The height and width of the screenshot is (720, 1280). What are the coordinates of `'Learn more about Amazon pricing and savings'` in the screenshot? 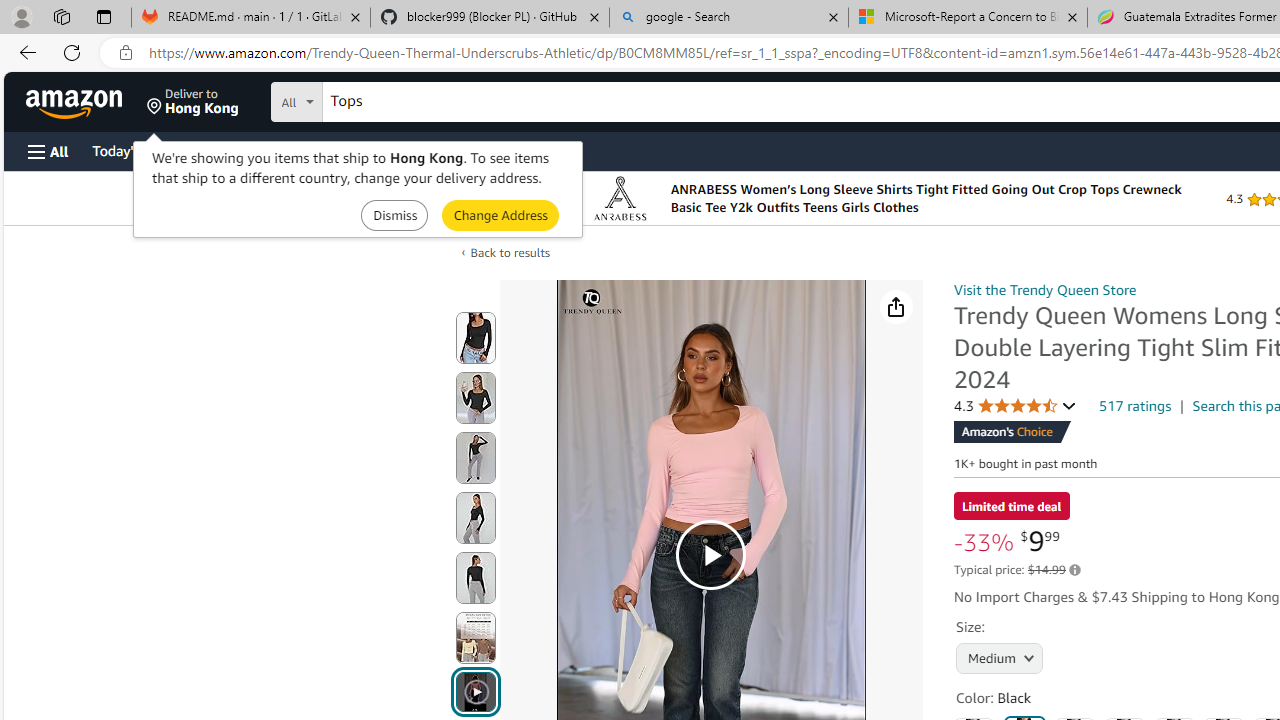 It's located at (1073, 570).